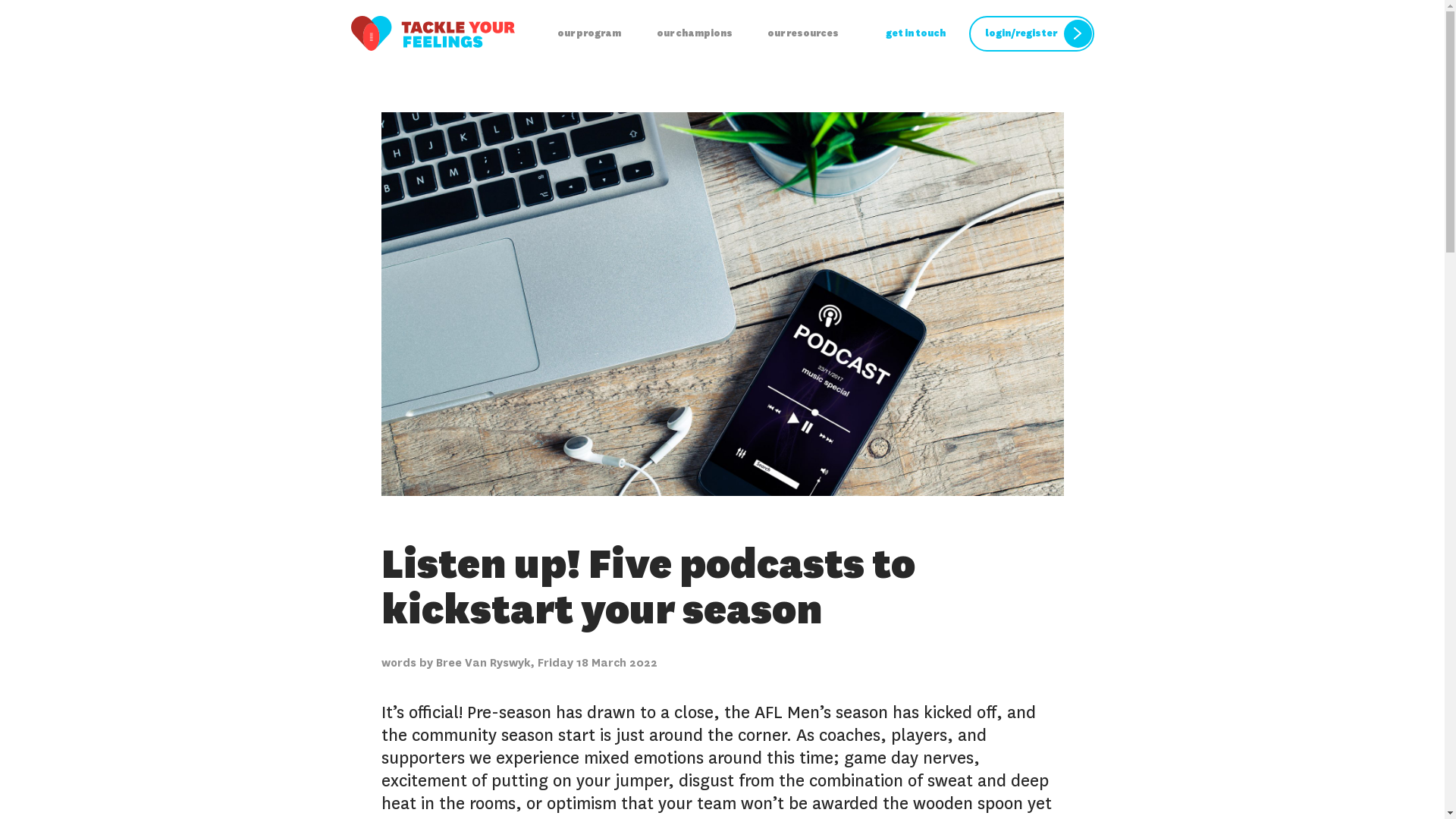 The width and height of the screenshot is (1456, 819). Describe the element at coordinates (588, 33) in the screenshot. I see `'our program'` at that location.